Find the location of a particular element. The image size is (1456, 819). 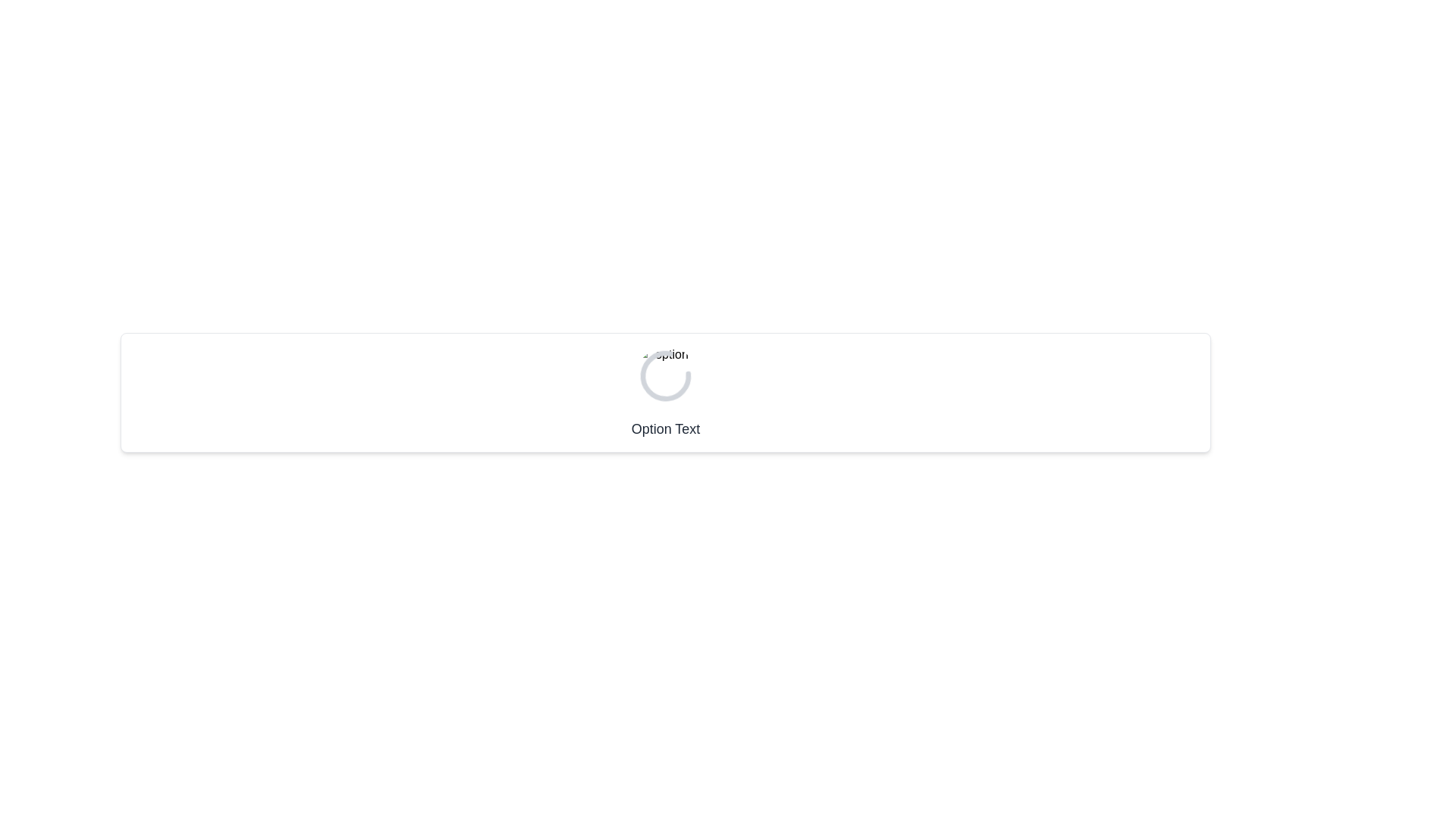

the animation of the circular loader icon, which is a gray stroke spinner located at the center of the visible region is located at coordinates (666, 375).